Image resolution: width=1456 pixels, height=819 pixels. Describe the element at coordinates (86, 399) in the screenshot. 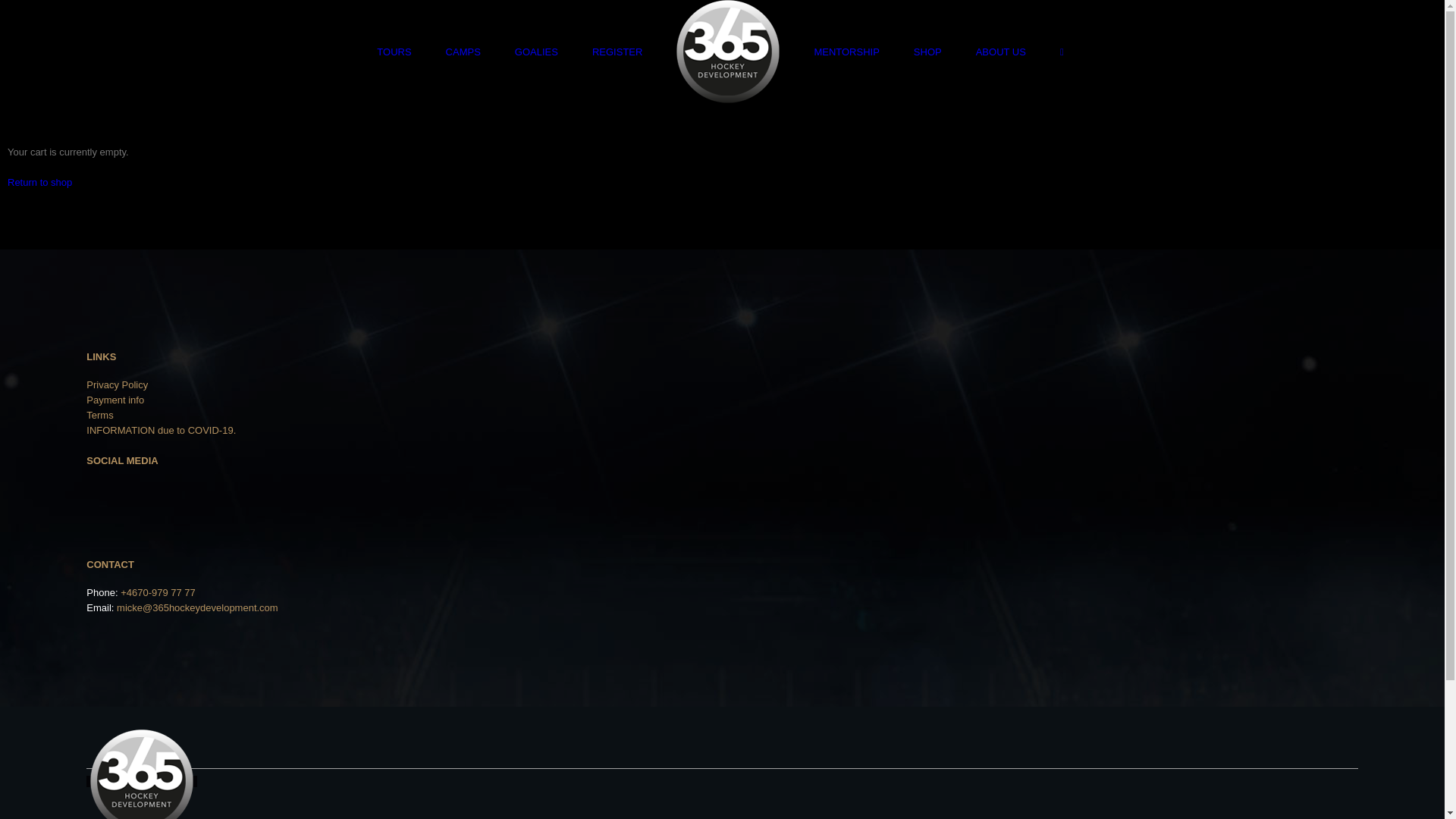

I see `'Payment info'` at that location.